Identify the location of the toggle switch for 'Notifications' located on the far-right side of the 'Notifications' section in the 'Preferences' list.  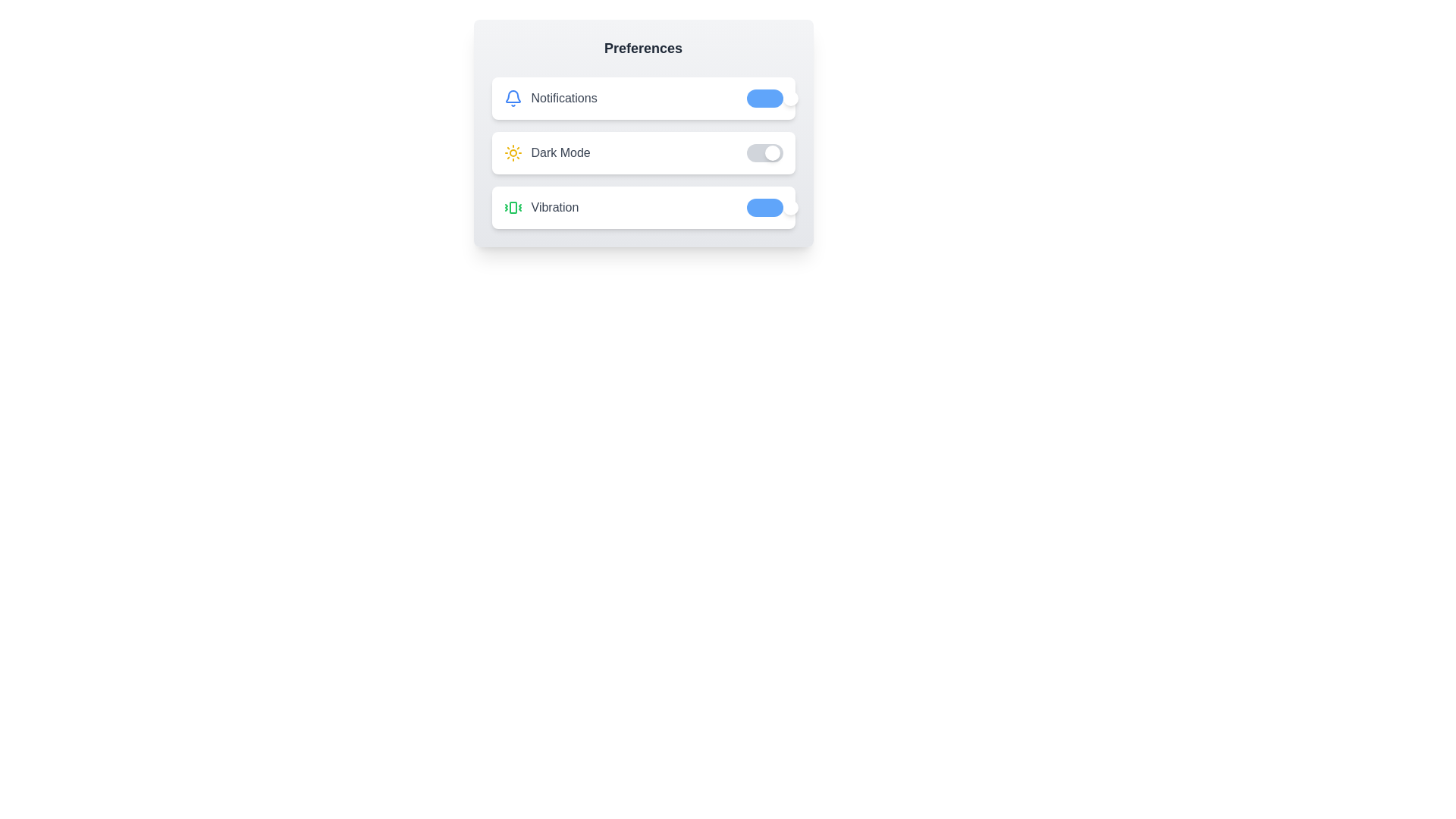
(764, 99).